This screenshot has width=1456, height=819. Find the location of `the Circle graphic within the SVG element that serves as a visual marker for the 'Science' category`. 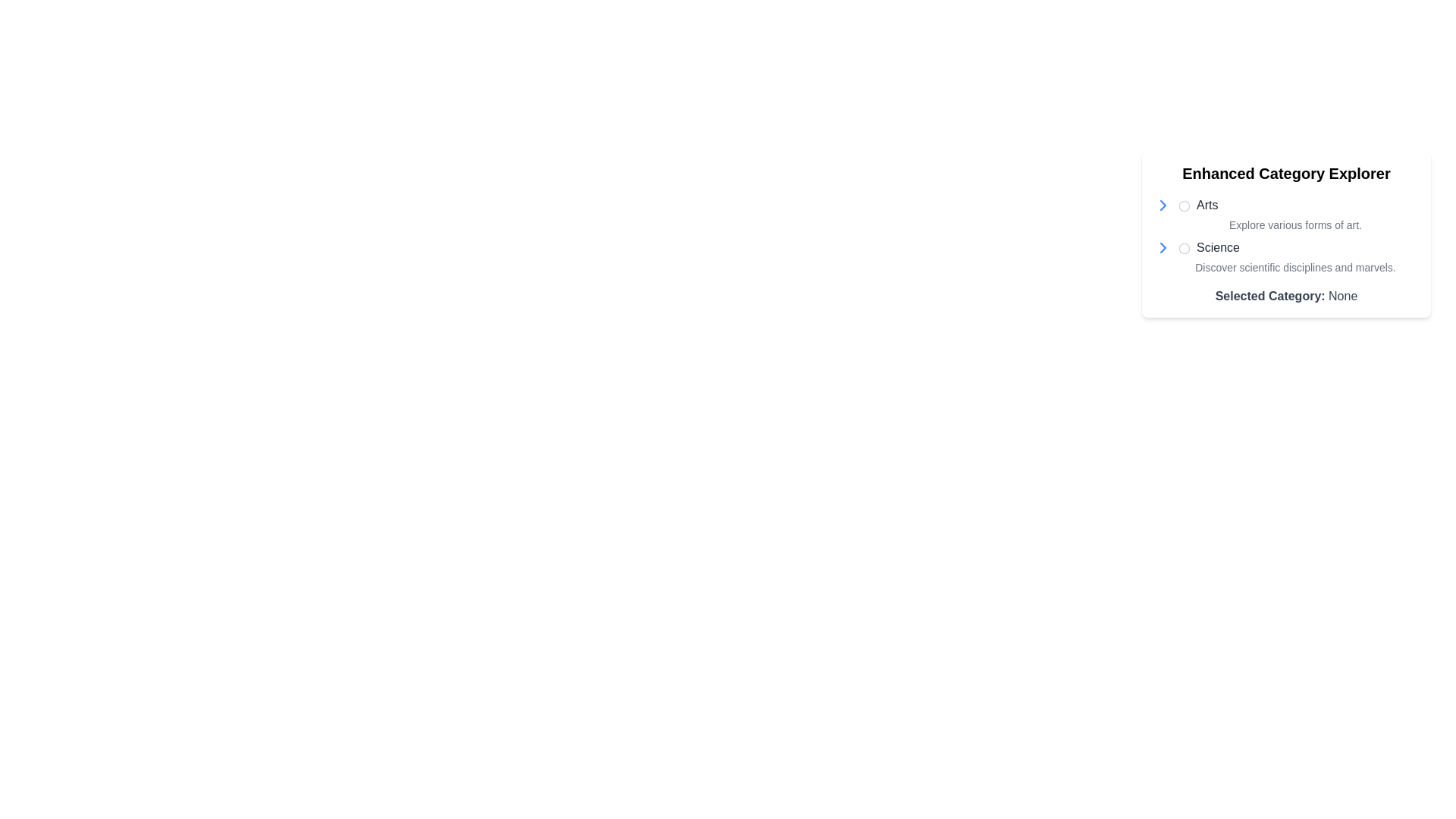

the Circle graphic within the SVG element that serves as a visual marker for the 'Science' category is located at coordinates (1183, 247).